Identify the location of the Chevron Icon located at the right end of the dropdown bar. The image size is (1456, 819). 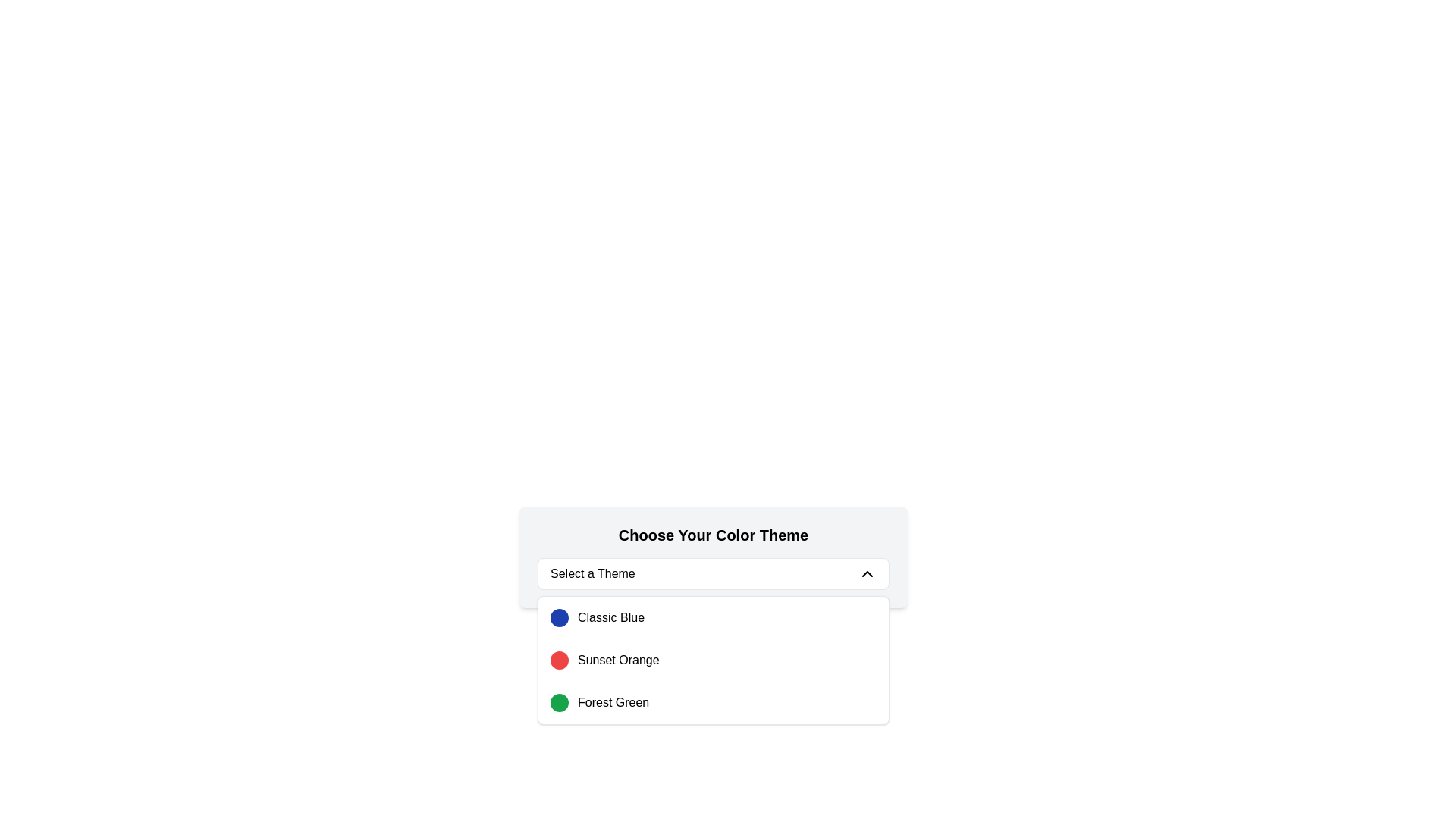
(867, 573).